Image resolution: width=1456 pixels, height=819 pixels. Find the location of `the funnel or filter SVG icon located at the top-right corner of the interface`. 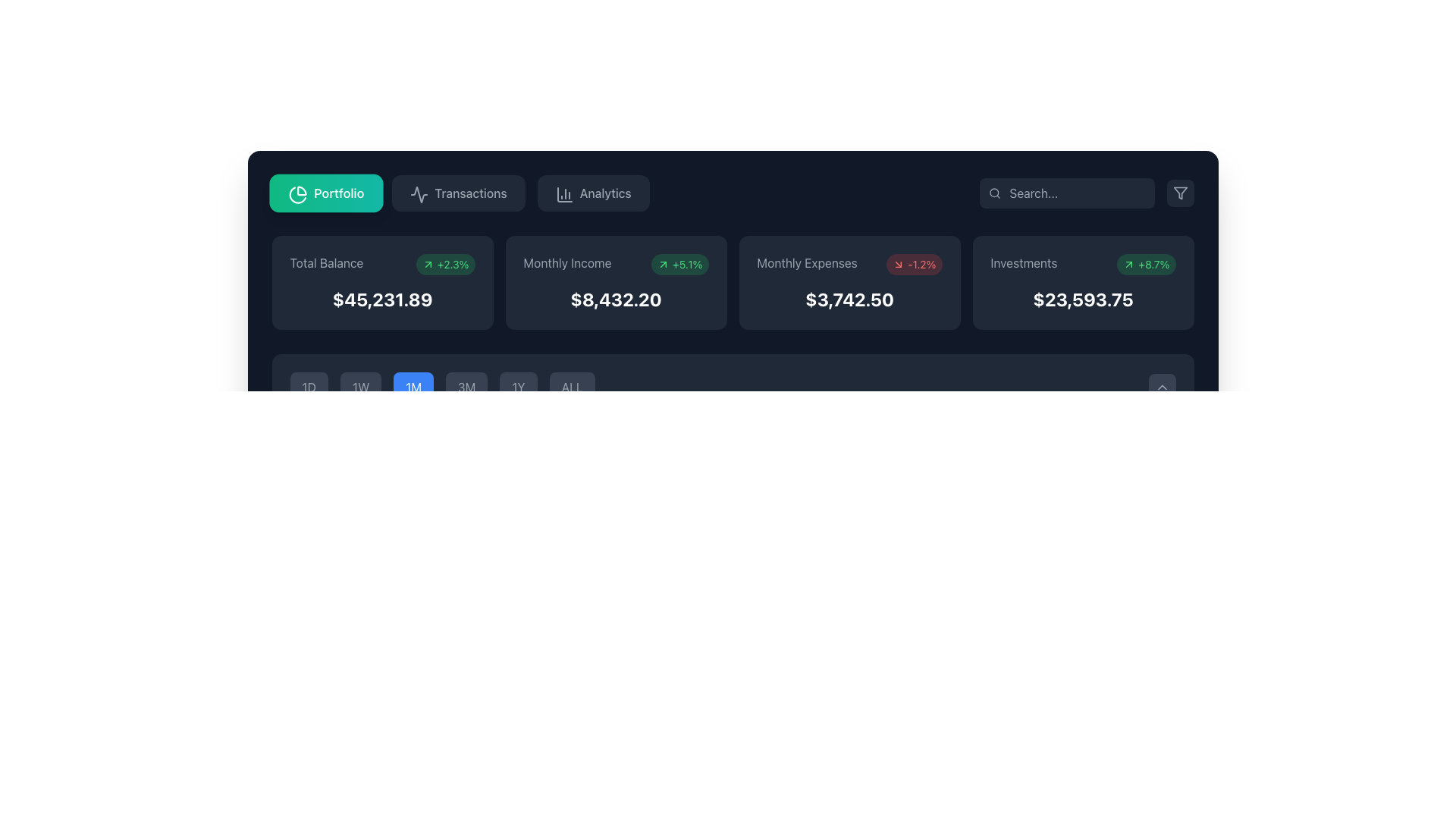

the funnel or filter SVG icon located at the top-right corner of the interface is located at coordinates (1179, 192).